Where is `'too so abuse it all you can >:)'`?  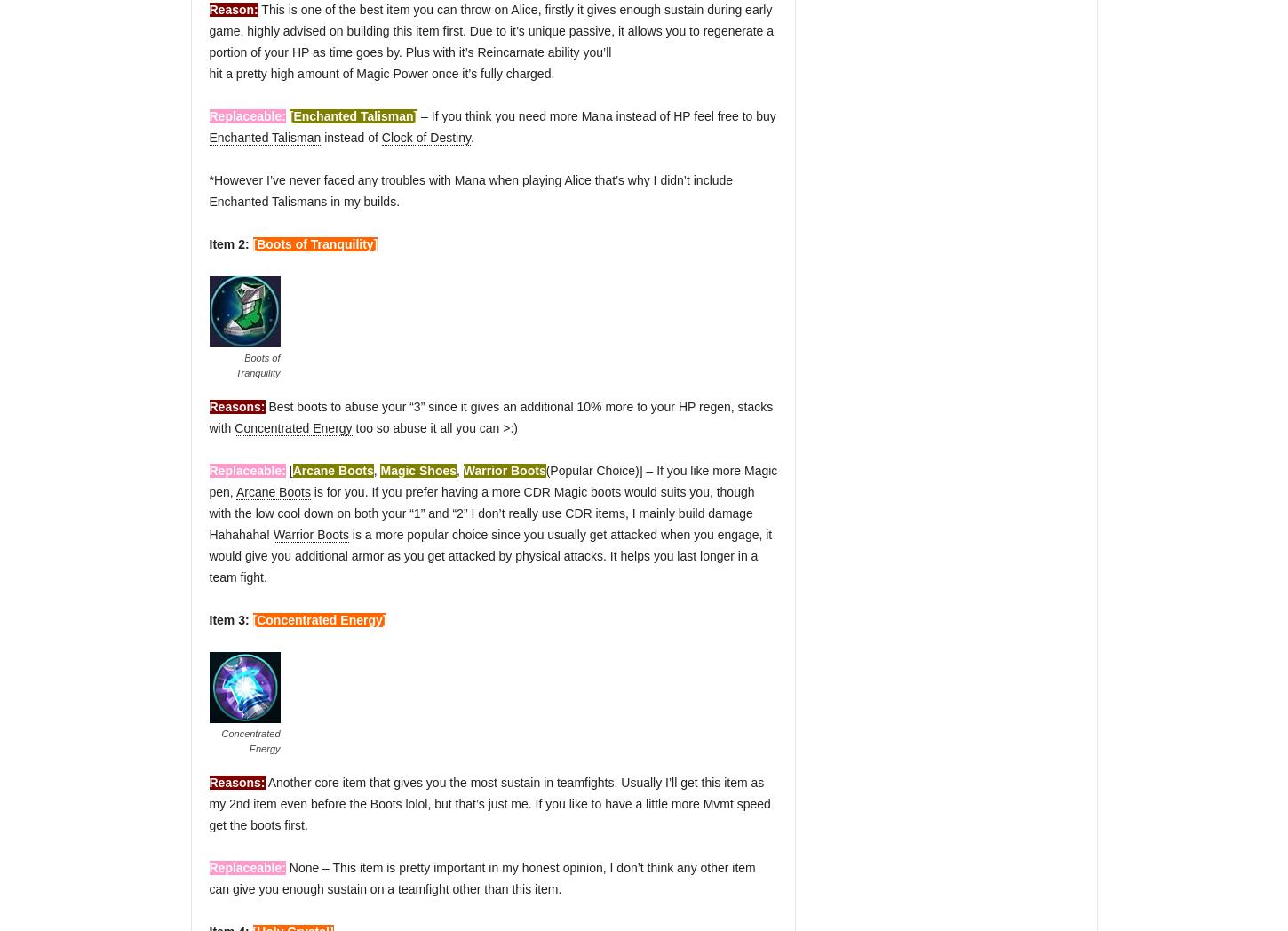 'too so abuse it all you can >:)' is located at coordinates (434, 427).